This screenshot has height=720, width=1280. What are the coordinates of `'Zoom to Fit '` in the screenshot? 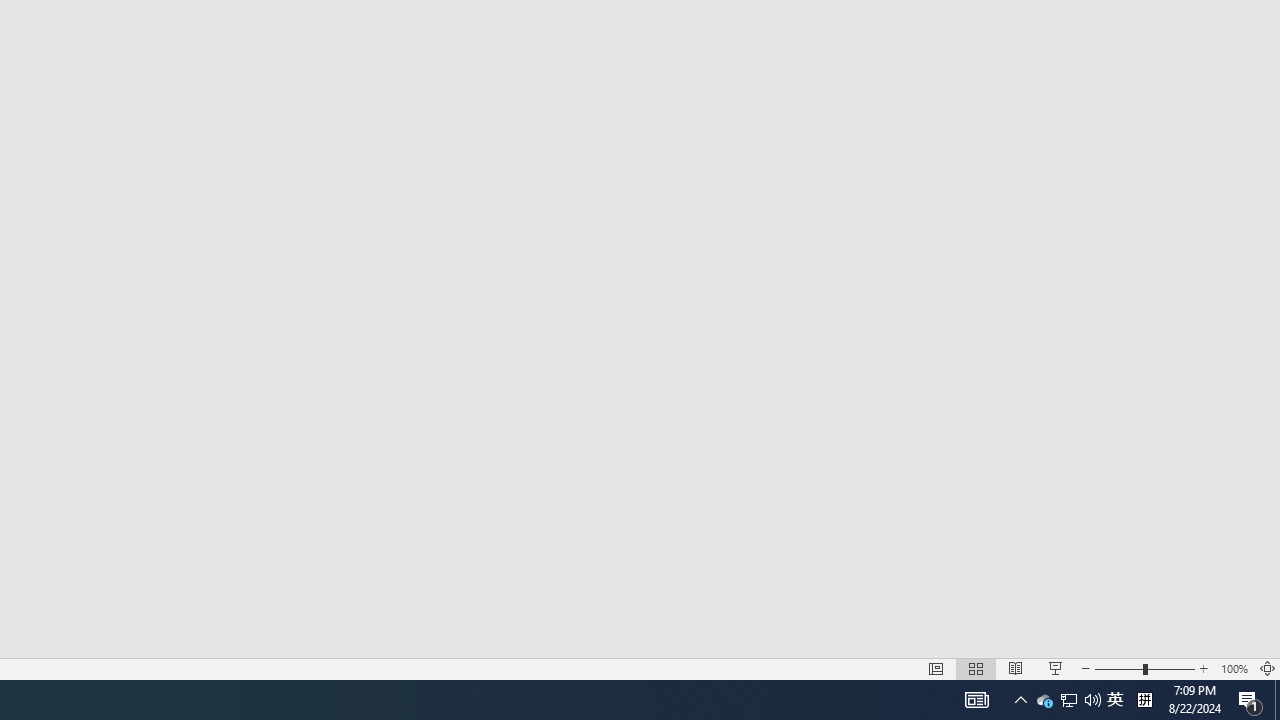 It's located at (1266, 669).